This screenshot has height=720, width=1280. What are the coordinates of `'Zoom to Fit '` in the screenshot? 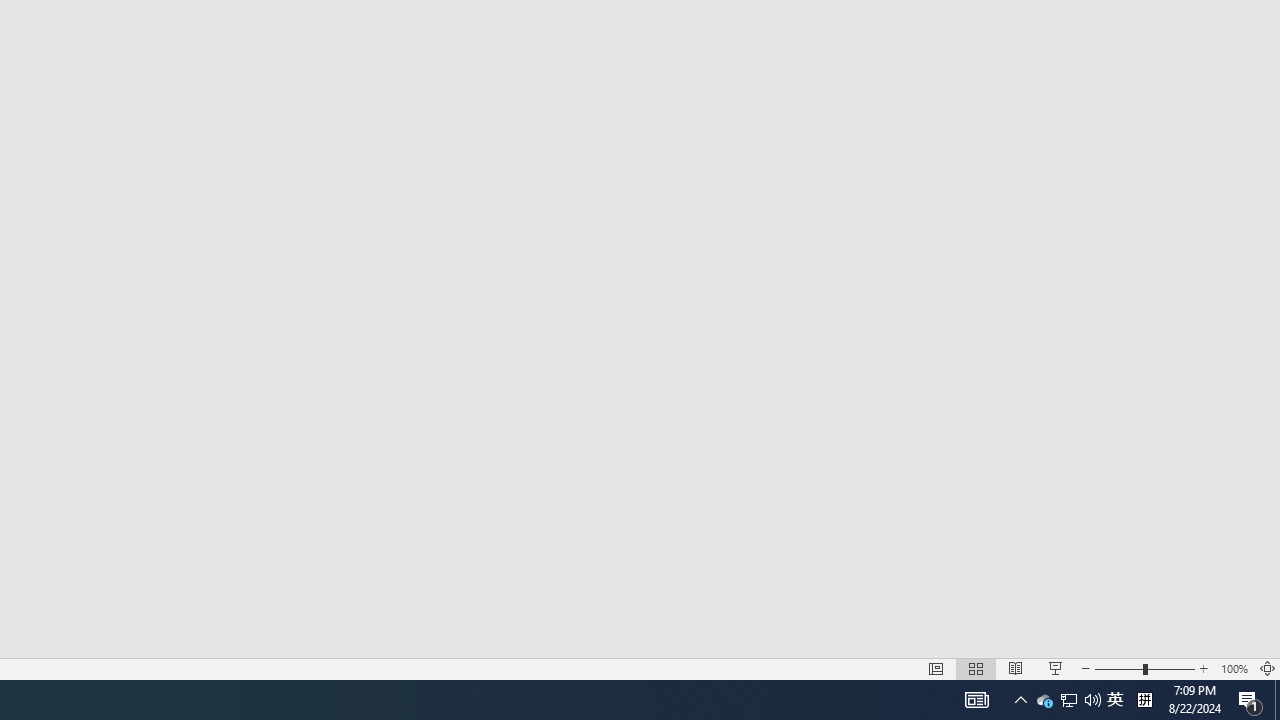 It's located at (1266, 669).